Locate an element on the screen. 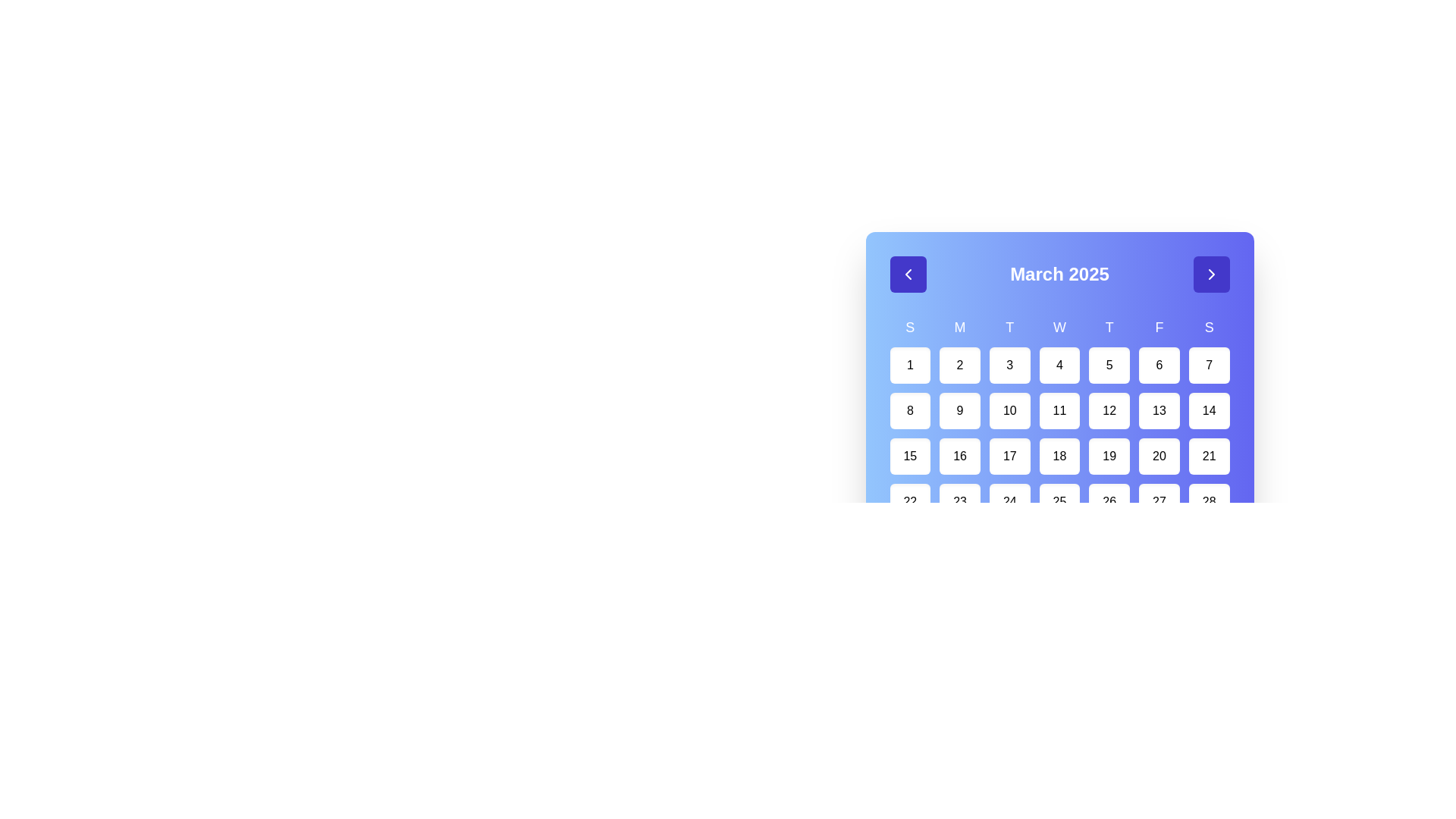 Image resolution: width=1456 pixels, height=819 pixels. the square-shaped button labeled '10' with a white background and black text, located under the header 'March 2025' in the second row and third column of the grid is located at coordinates (1009, 411).